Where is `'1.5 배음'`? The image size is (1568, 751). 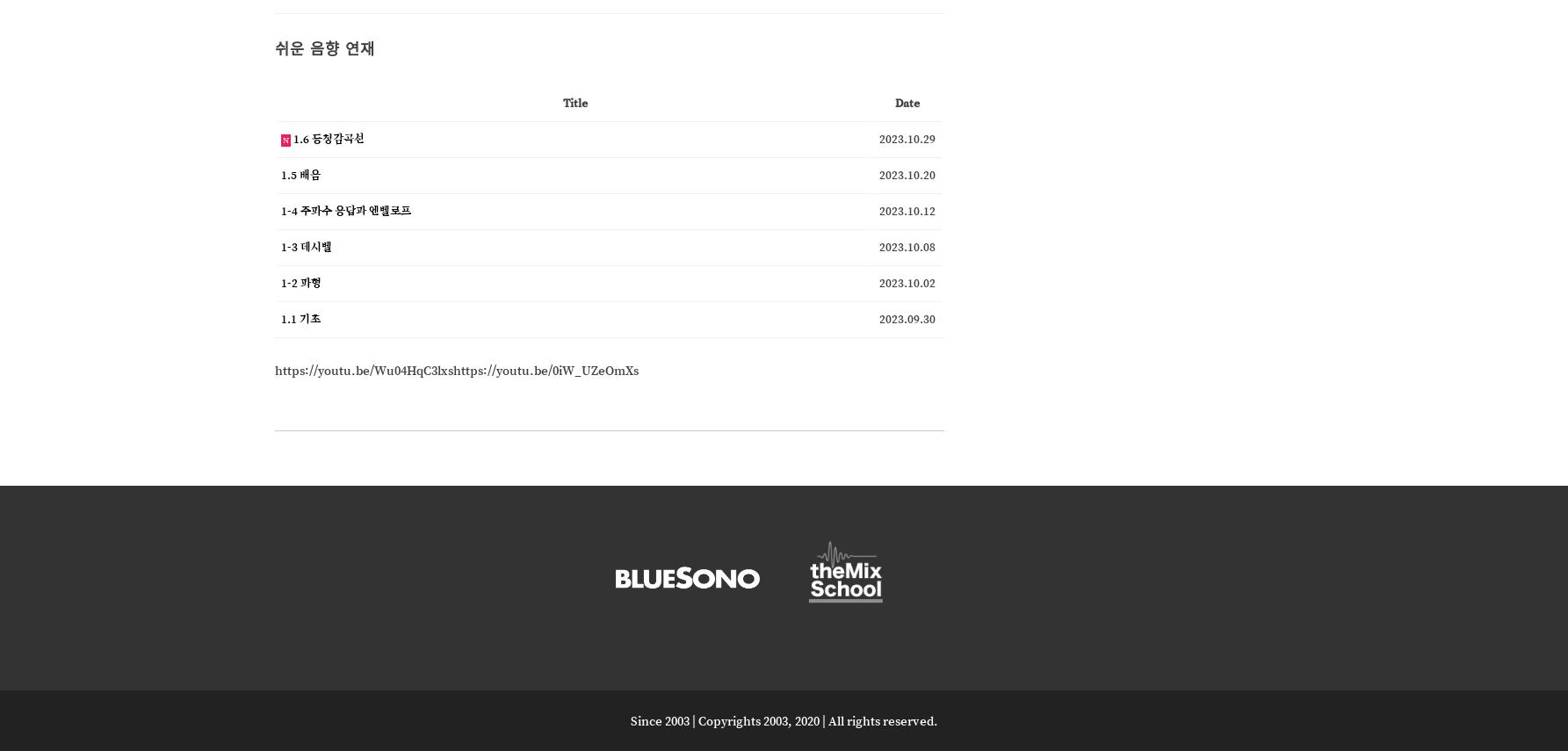
'1.5 배음' is located at coordinates (279, 174).